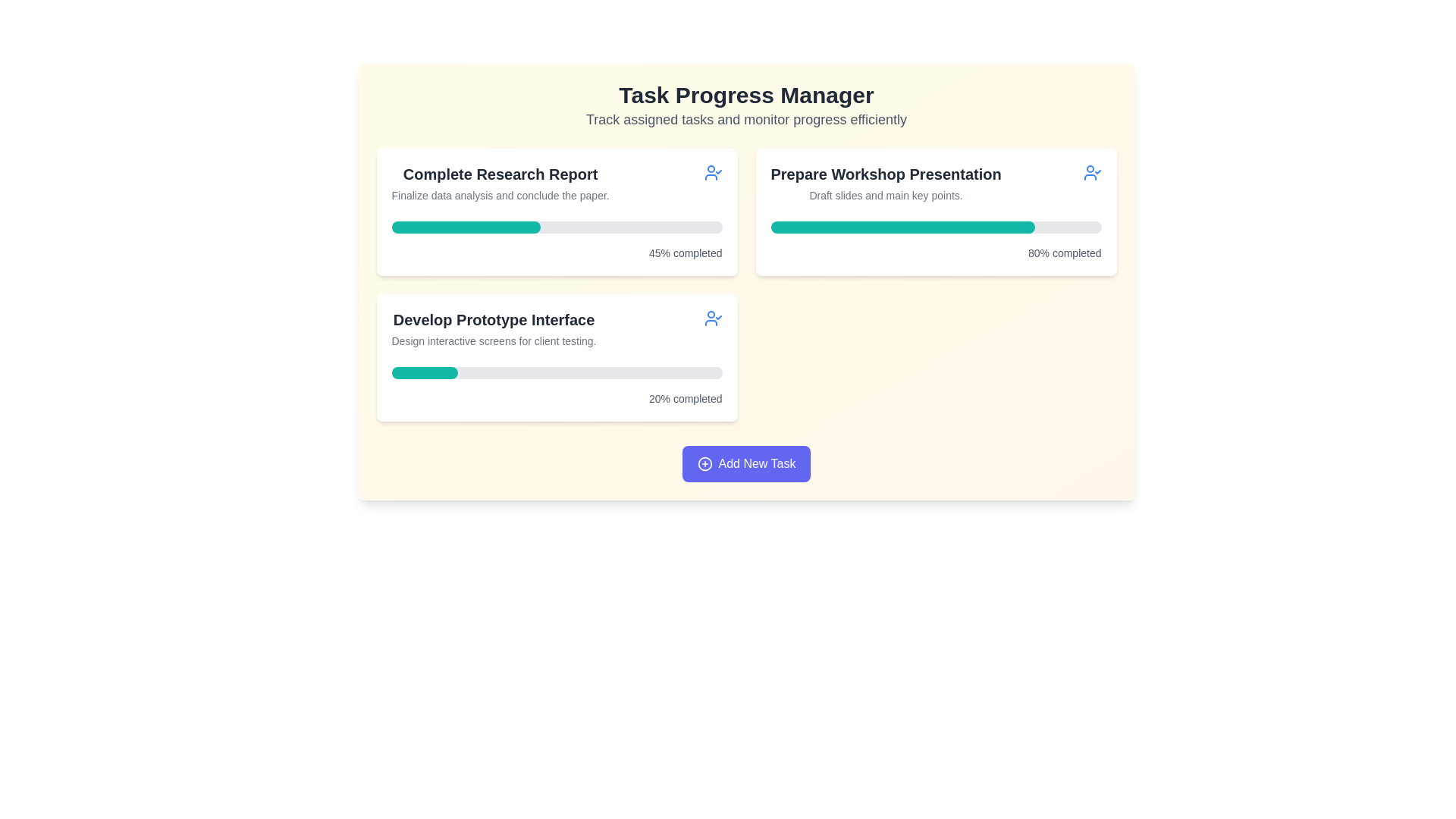 The width and height of the screenshot is (1456, 819). I want to click on the progress bar segment indicating 80% completion within the 'Prepare Workshop Presentation' card located at the top right of the layout, so click(902, 227).